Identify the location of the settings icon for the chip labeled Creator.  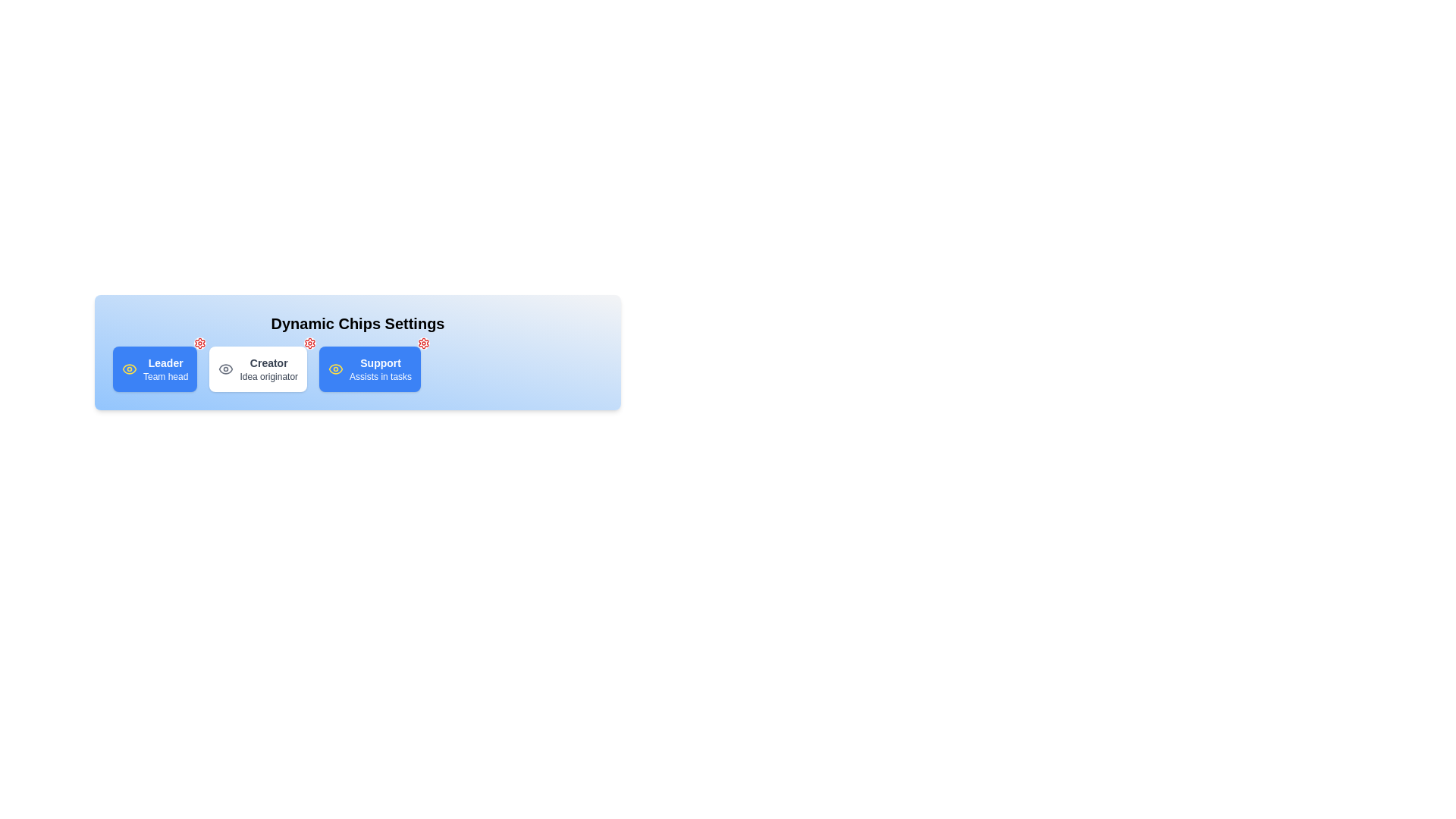
(309, 343).